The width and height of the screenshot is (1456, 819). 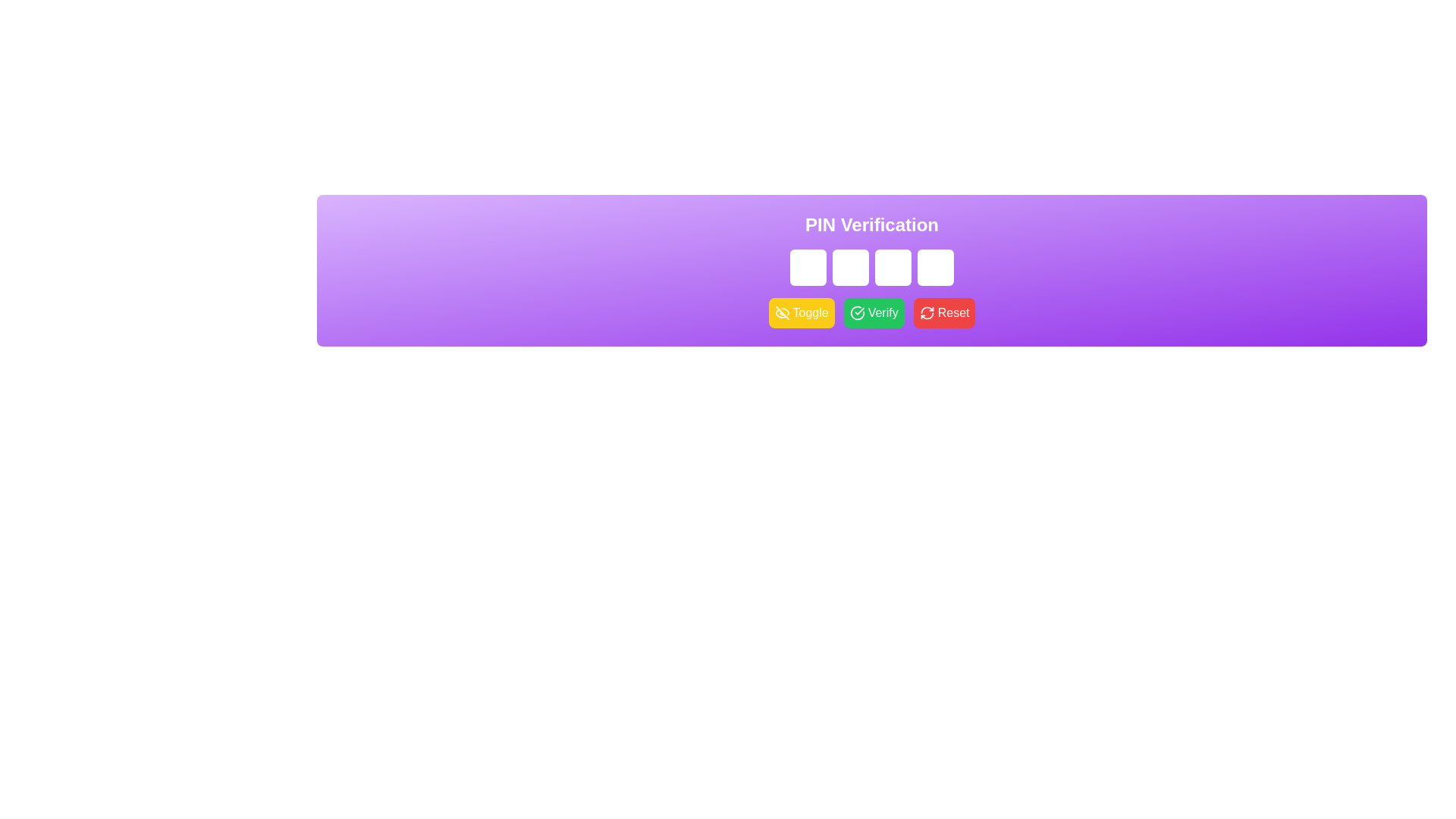 I want to click on the 'Reset' button, which is a rounded rectangular button with a red background and white text, located below the 'PIN Verification' label and to the right of the 'Verify' button, so click(x=943, y=312).